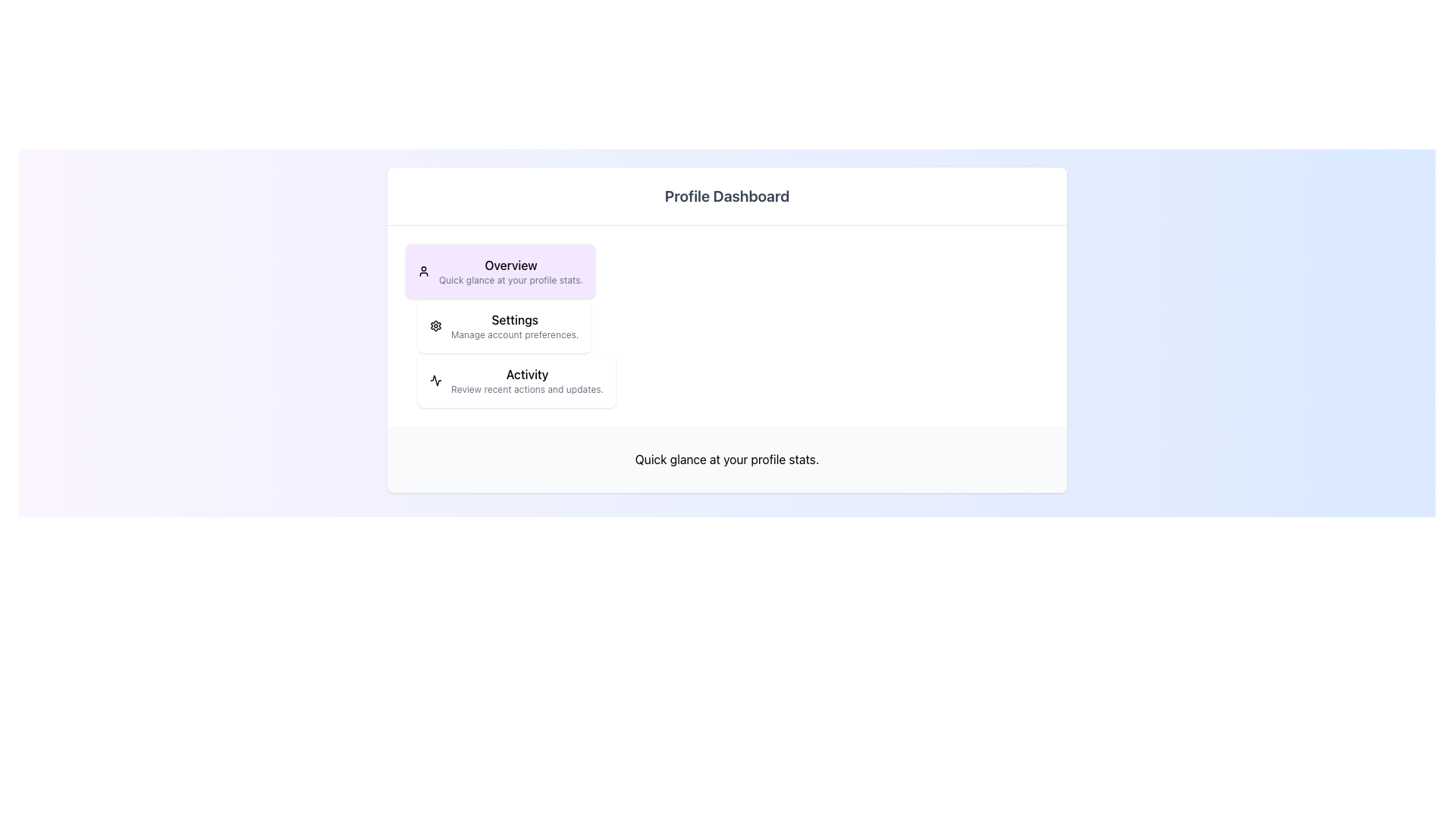  Describe the element at coordinates (511, 281) in the screenshot. I see `the informational text located directly below the 'Overview' section in the profile dashboard sidebar menu` at that location.